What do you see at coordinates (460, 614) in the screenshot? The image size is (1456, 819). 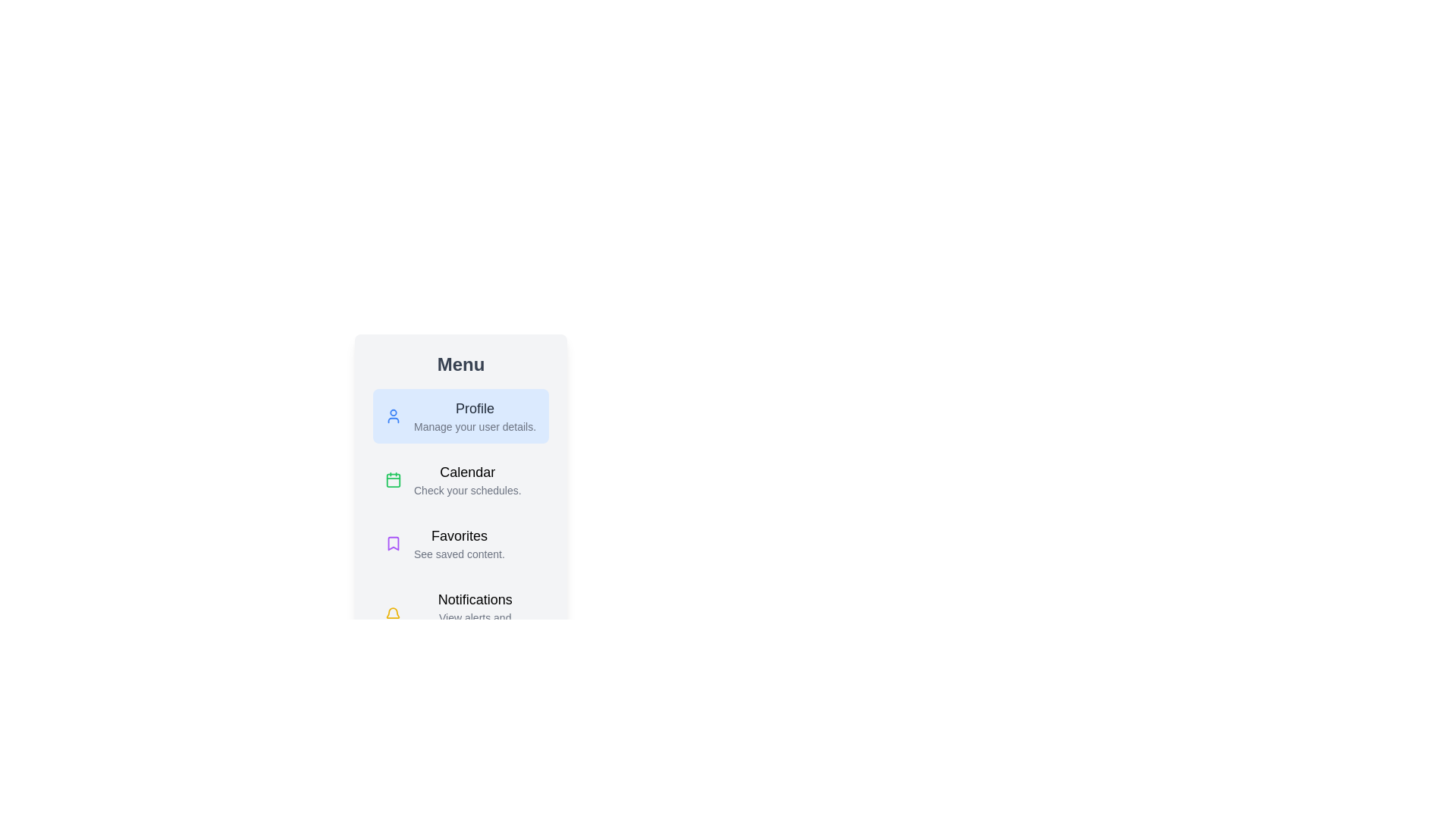 I see `the text of the menu item Notifications for copying` at bounding box center [460, 614].